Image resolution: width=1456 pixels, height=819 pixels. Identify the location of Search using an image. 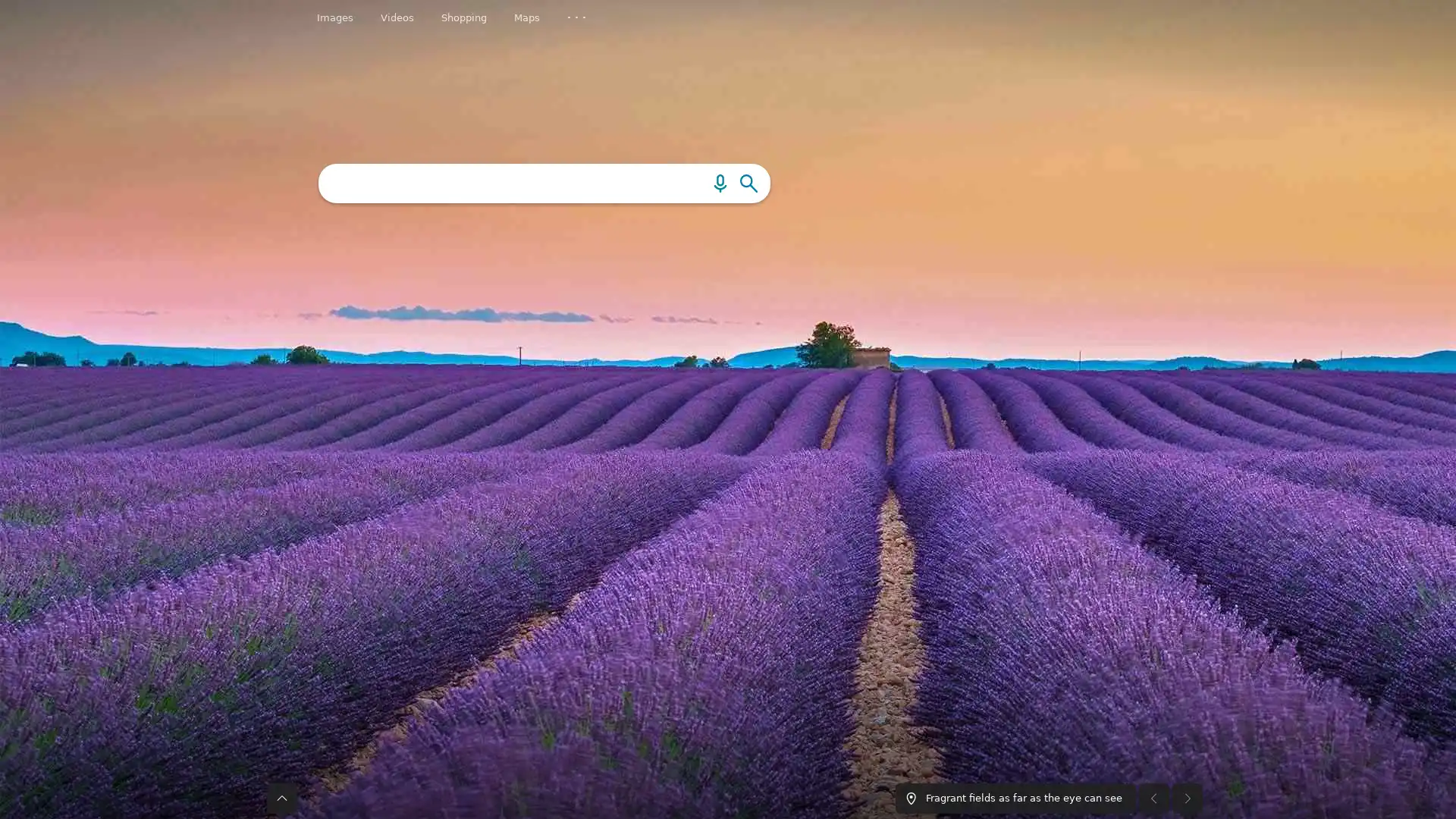
(719, 182).